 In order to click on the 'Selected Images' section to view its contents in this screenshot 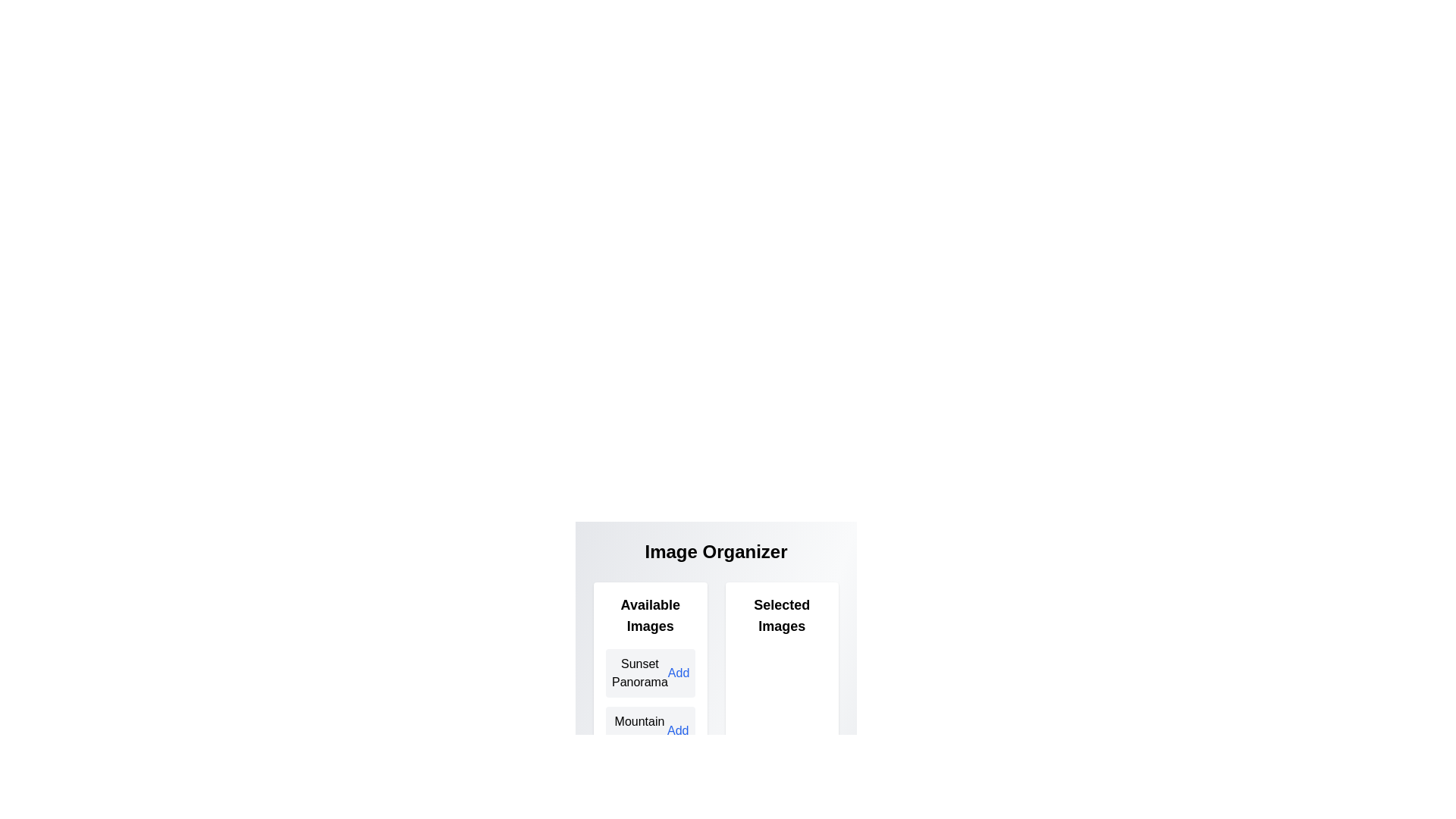, I will do `click(782, 616)`.